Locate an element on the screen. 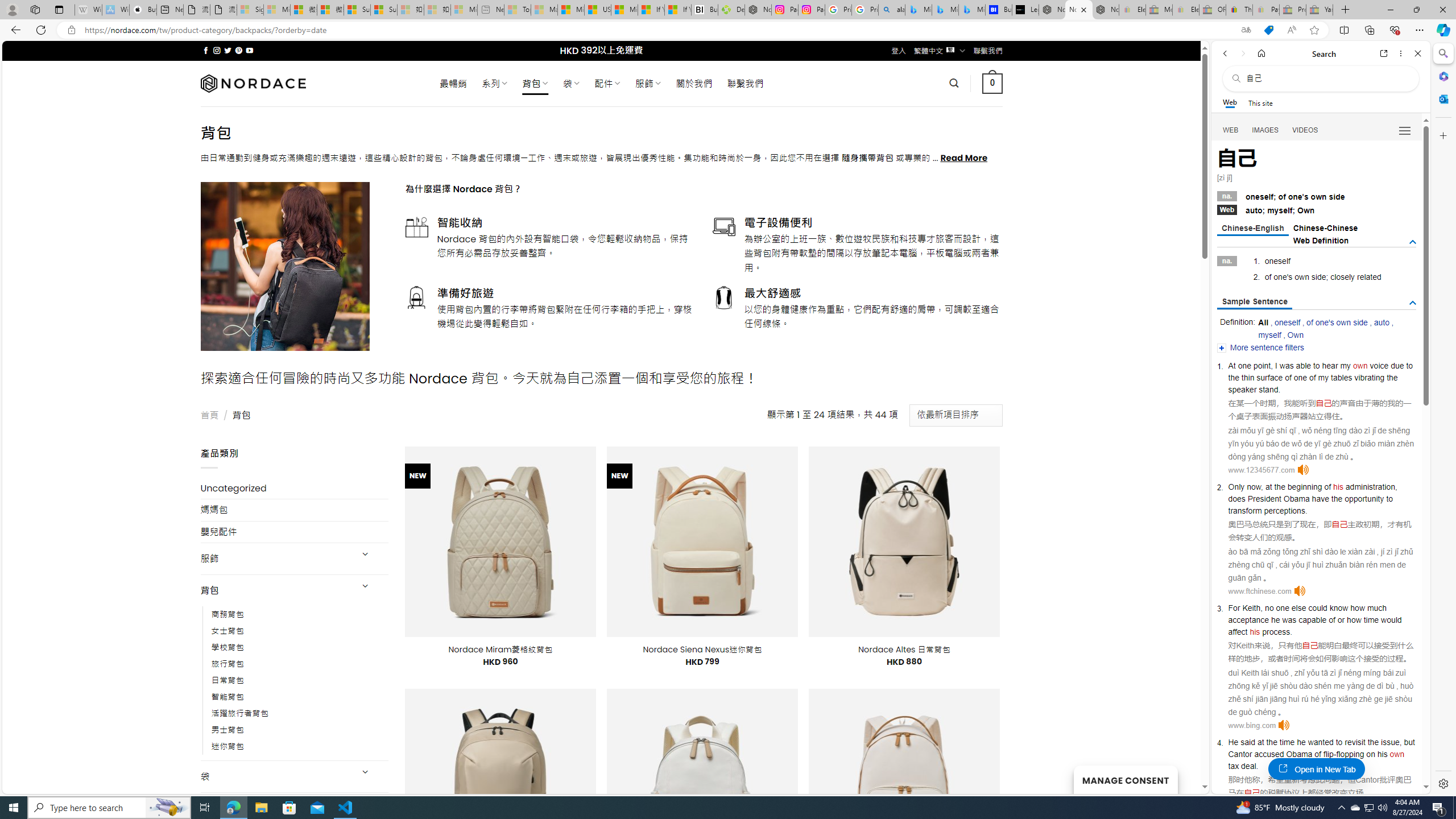 Image resolution: width=1456 pixels, height=819 pixels. 'Keith' is located at coordinates (1245, 645).